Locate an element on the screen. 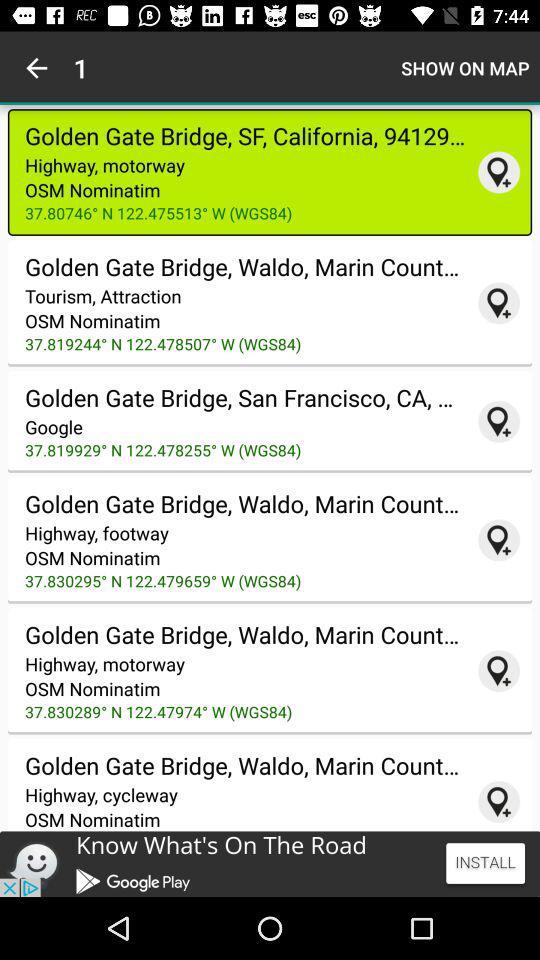 The height and width of the screenshot is (960, 540). to map is located at coordinates (498, 171).